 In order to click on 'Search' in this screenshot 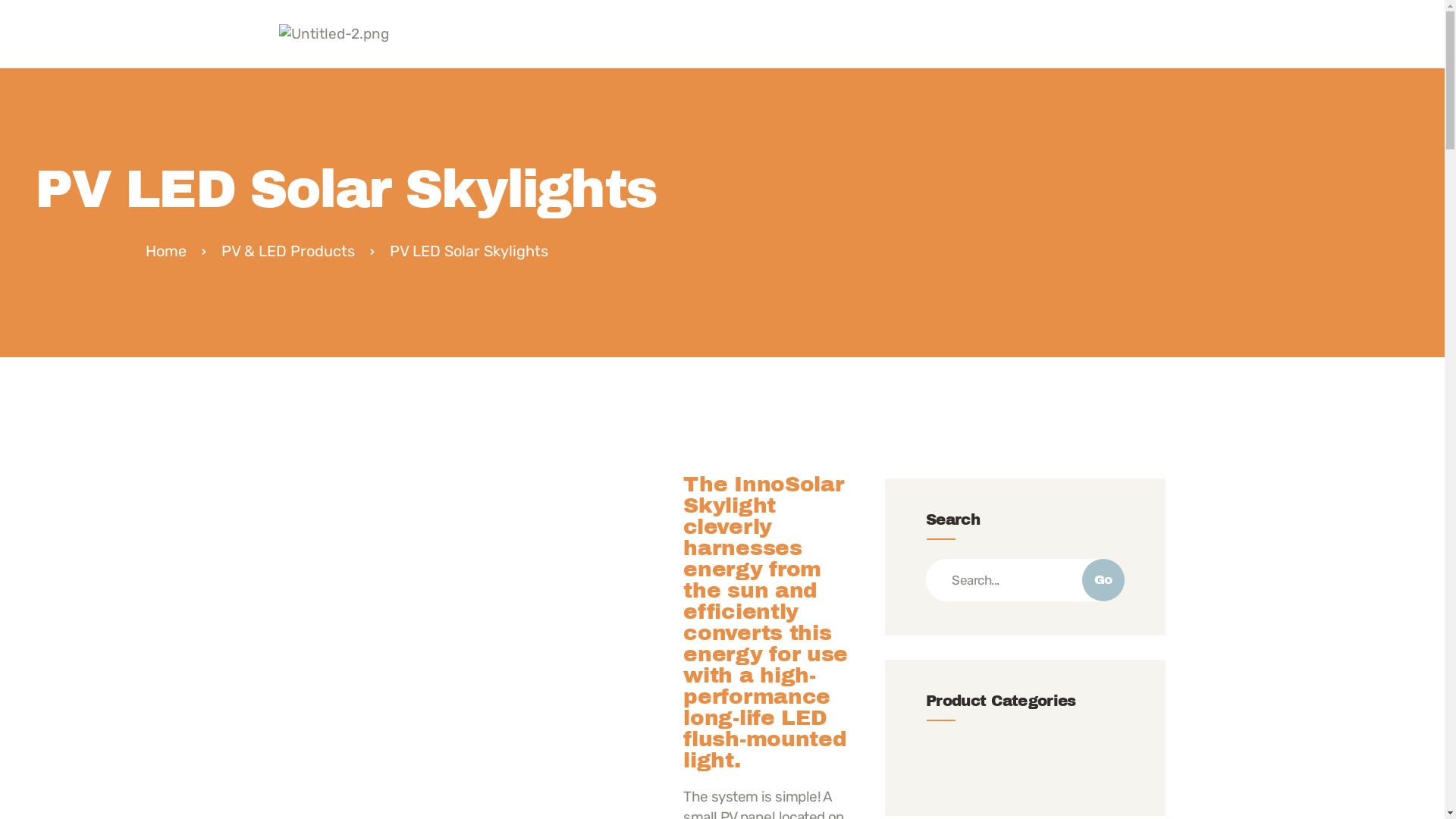, I will do `click(1025, 579)`.